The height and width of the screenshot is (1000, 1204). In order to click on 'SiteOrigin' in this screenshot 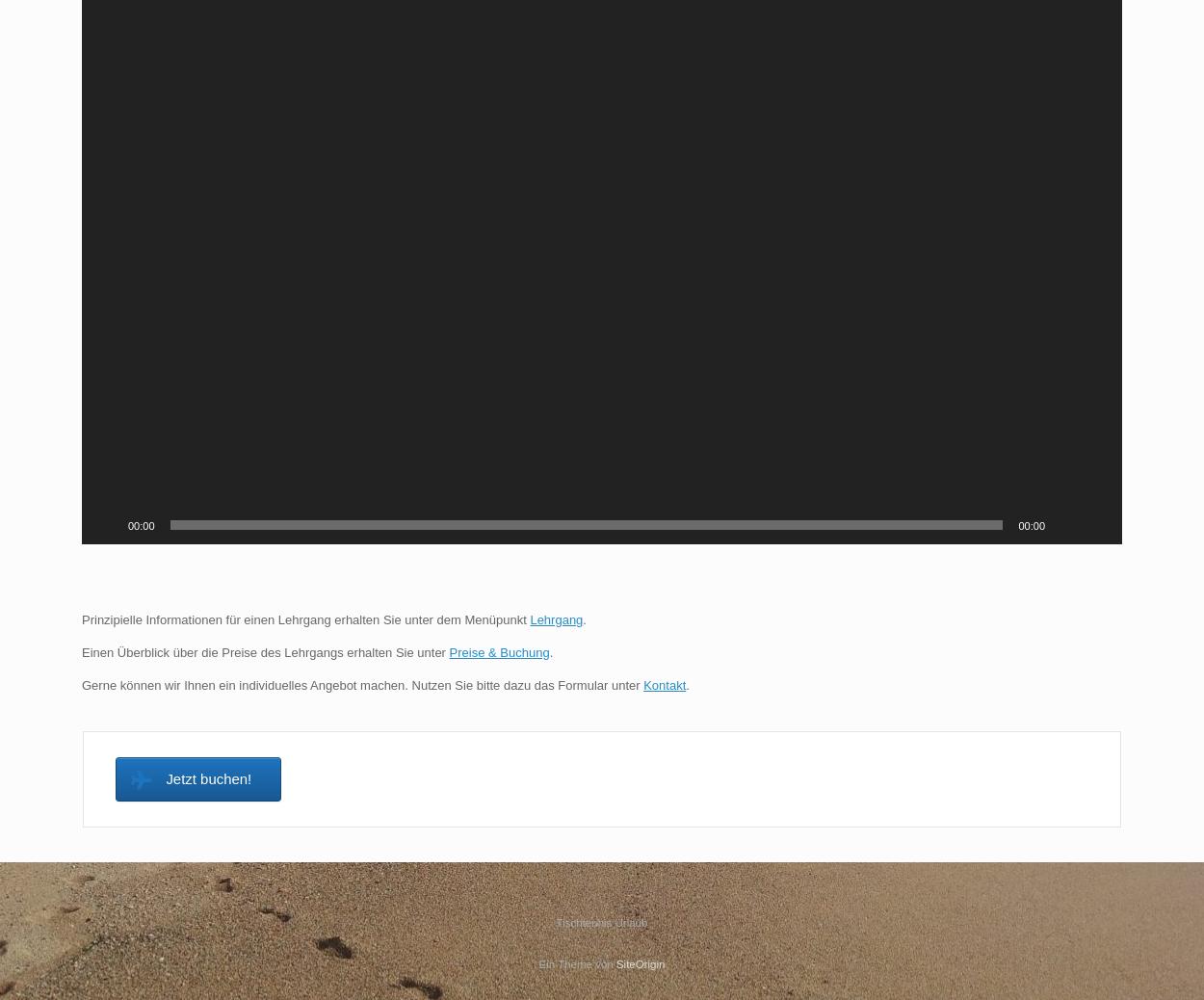, I will do `click(615, 963)`.